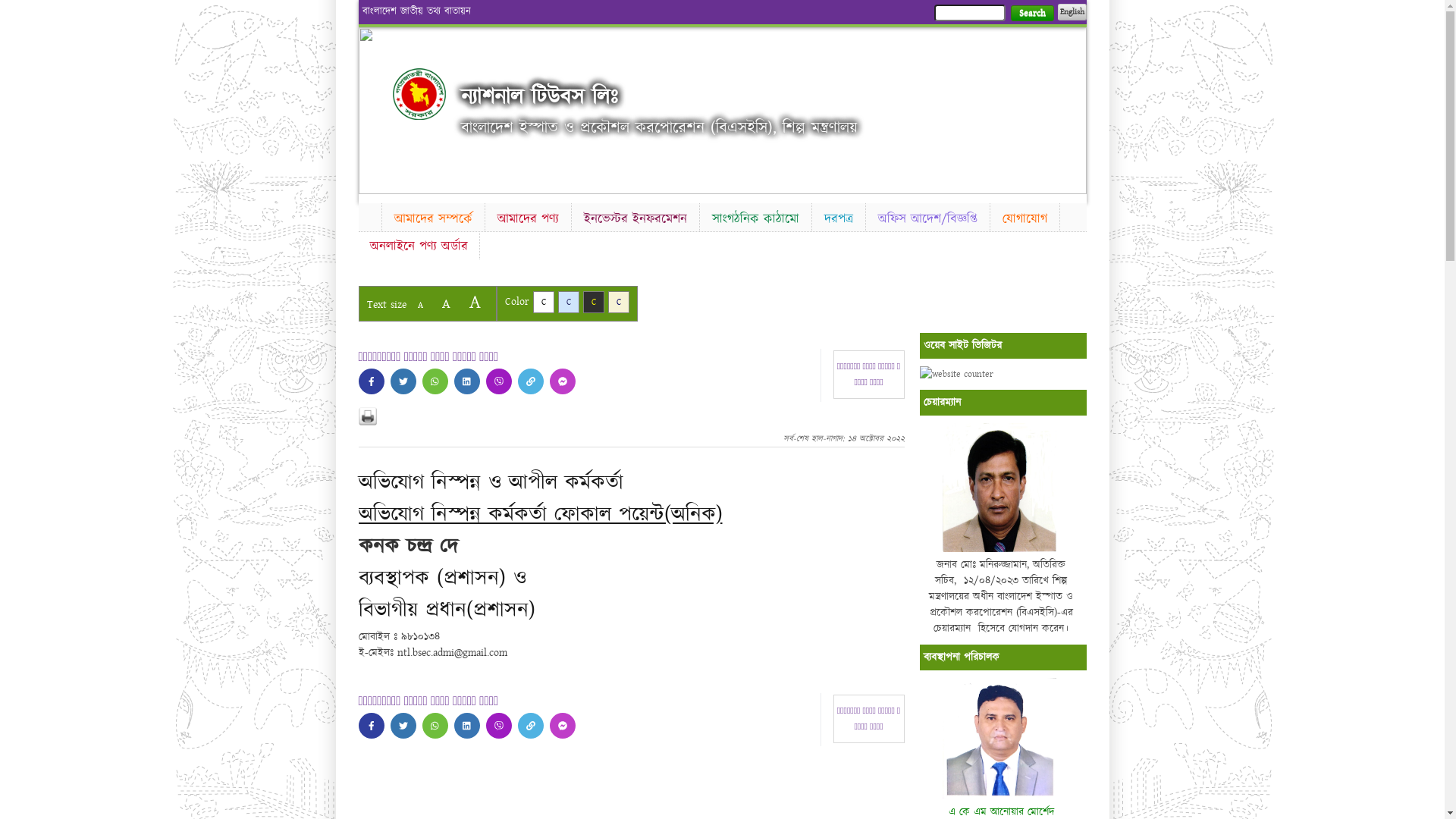 The height and width of the screenshot is (819, 1456). I want to click on 'C', so click(567, 302).